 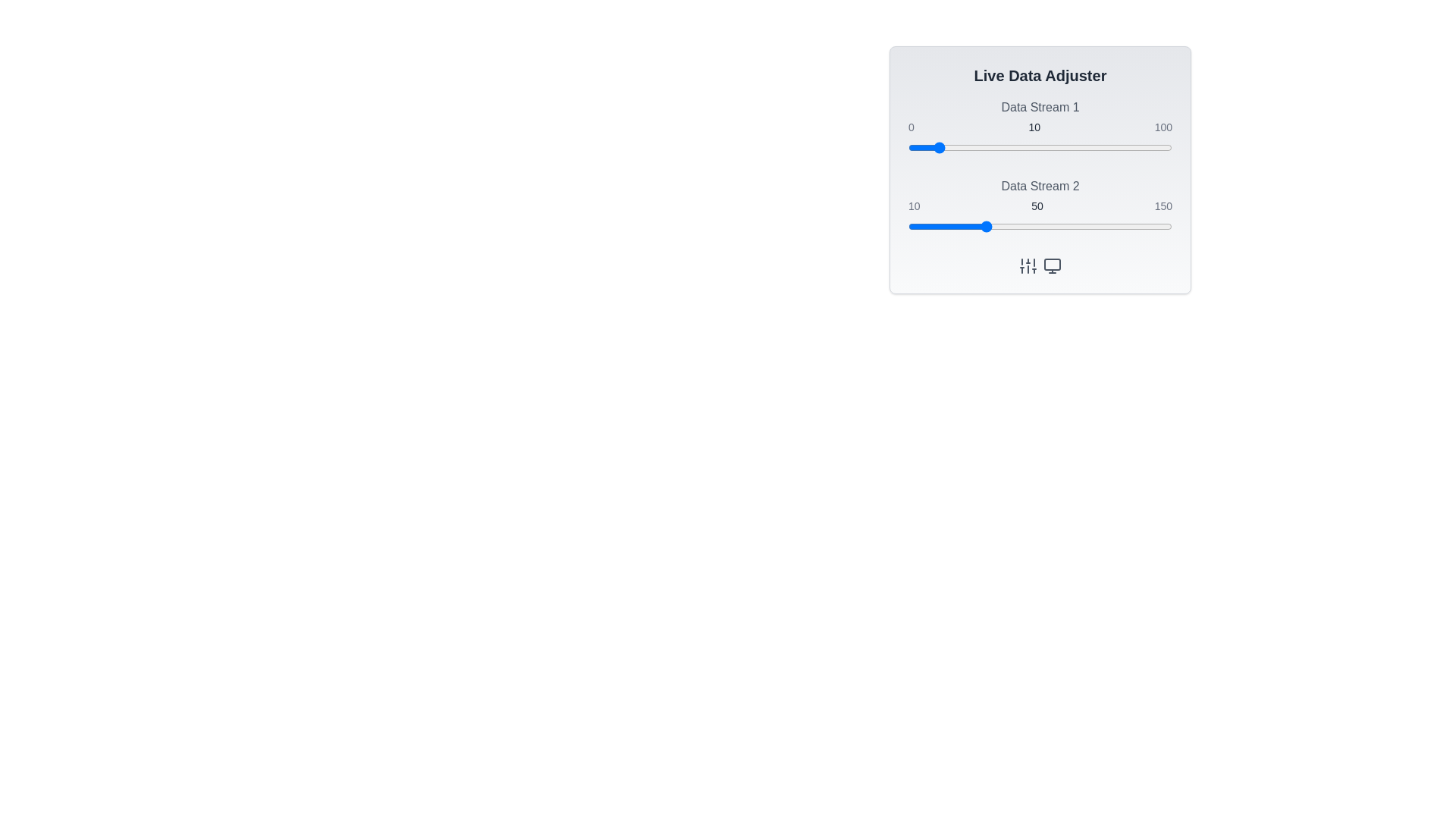 I want to click on the Text Display Group element that shows the numeric values '10', '50', and '150', located below 'Data Stream 2', so click(x=1040, y=206).